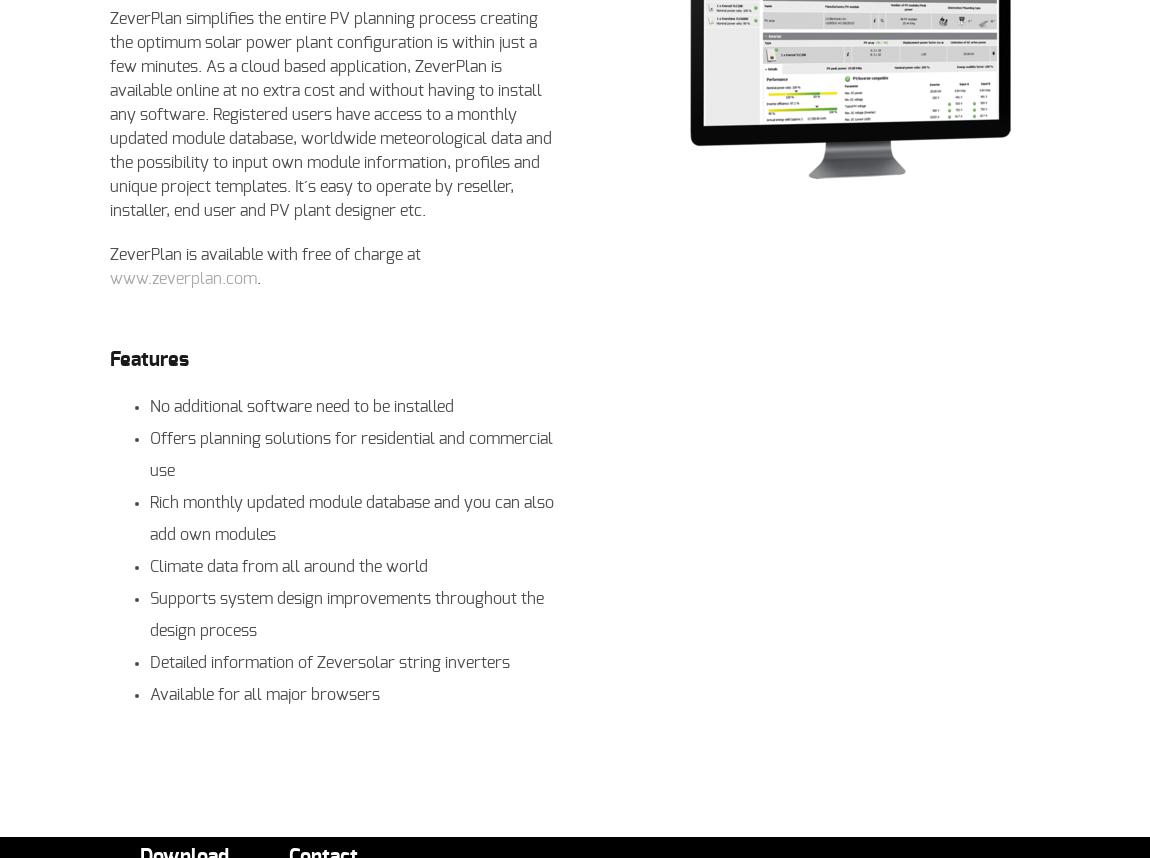 The image size is (1150, 858). I want to click on 'ZeverPlan simplifies the entire PV planning process creating the optimum solar power plant configuration is within just a few minutes. As a cloud based application, ZeverPlan is available online at no extra cost and without having to install any software. Registered users have access to a monthly updated module database, worldwide meteorological data and the possibility to input own module information, profiles and unique project templates. It´s easy to operate by reseller, installer, end user and PV plant designer etc.', so click(330, 114).